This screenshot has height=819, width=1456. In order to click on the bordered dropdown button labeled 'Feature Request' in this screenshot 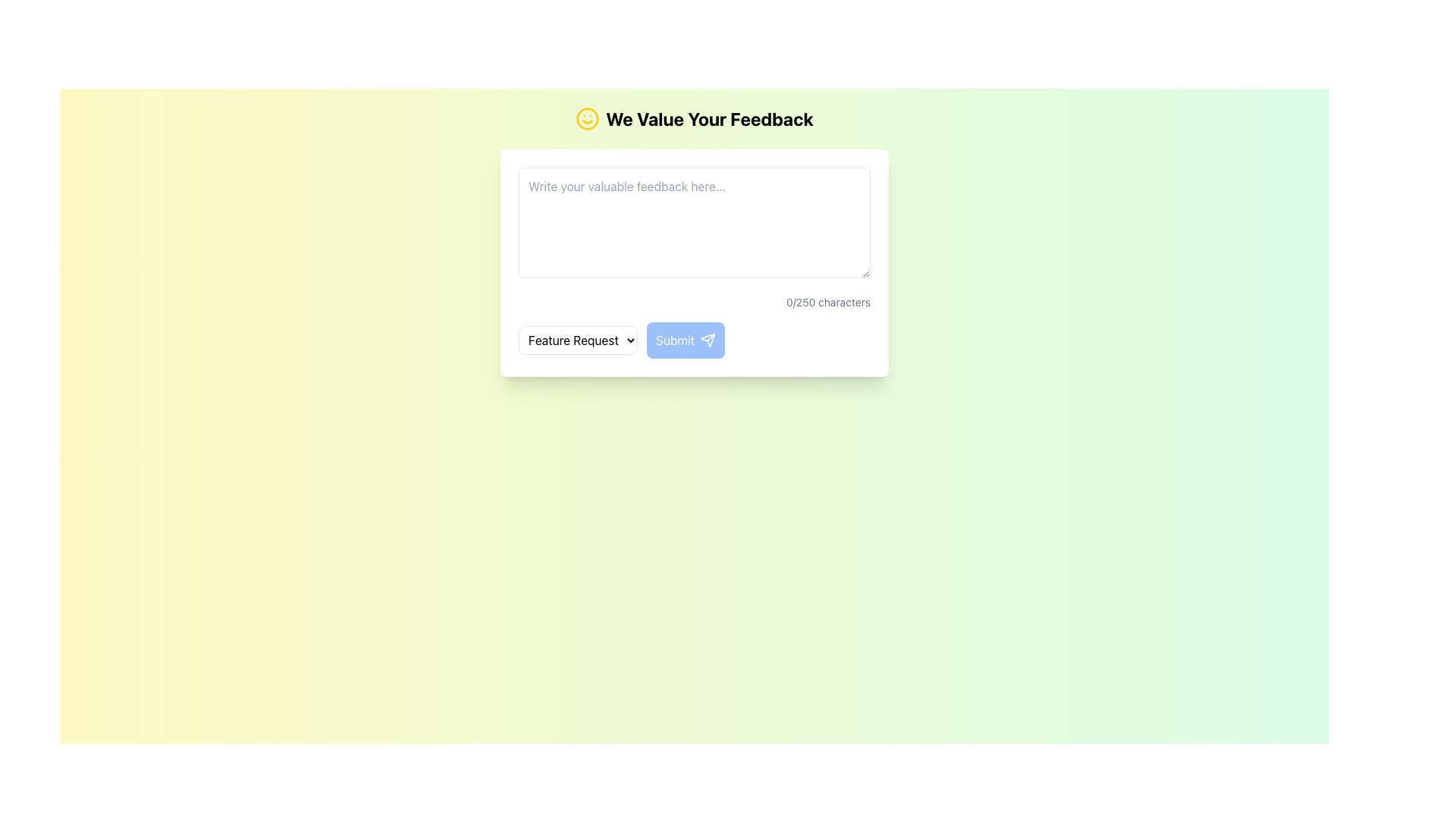, I will do `click(577, 339)`.